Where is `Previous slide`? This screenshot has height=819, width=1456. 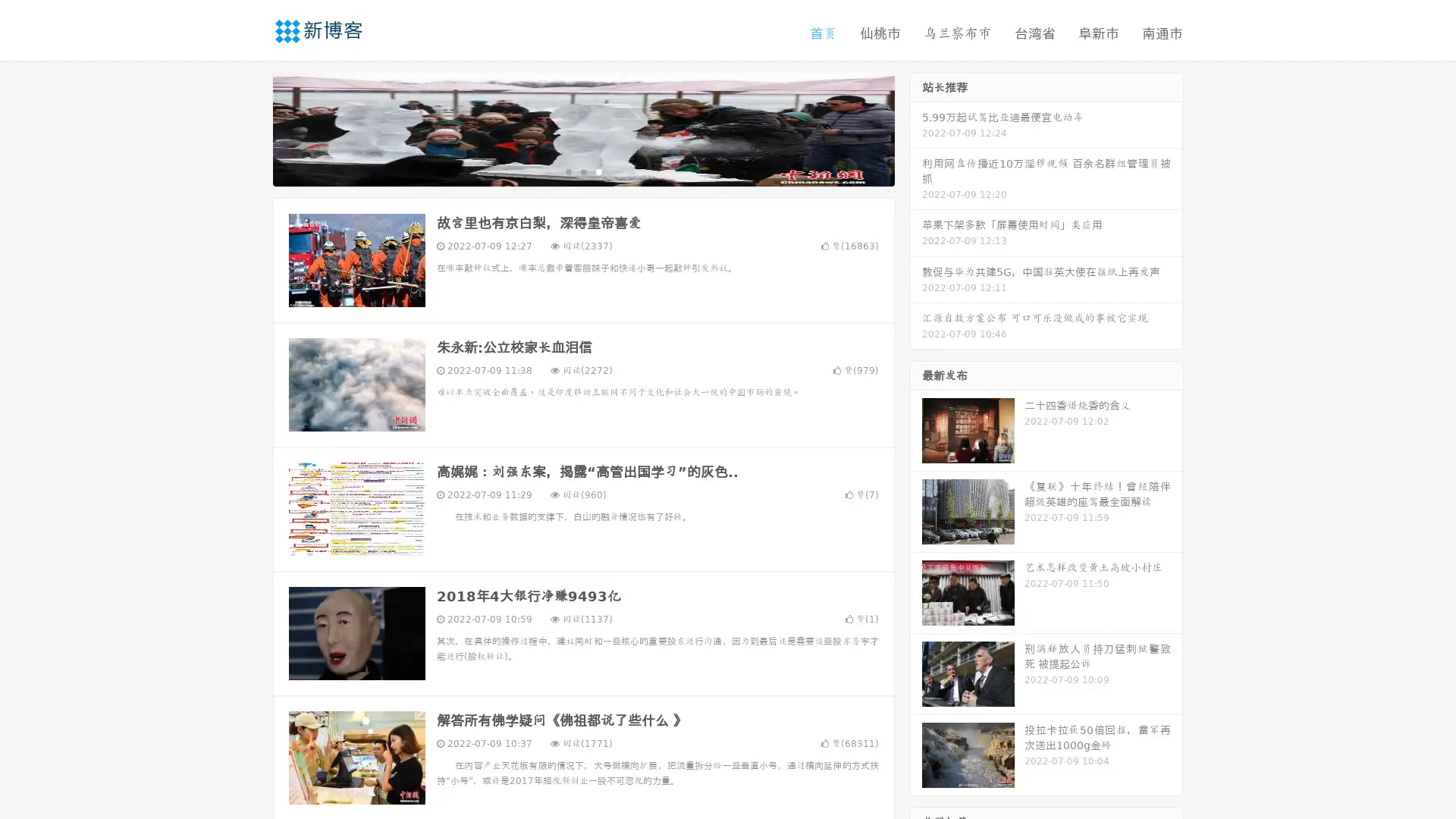 Previous slide is located at coordinates (250, 127).